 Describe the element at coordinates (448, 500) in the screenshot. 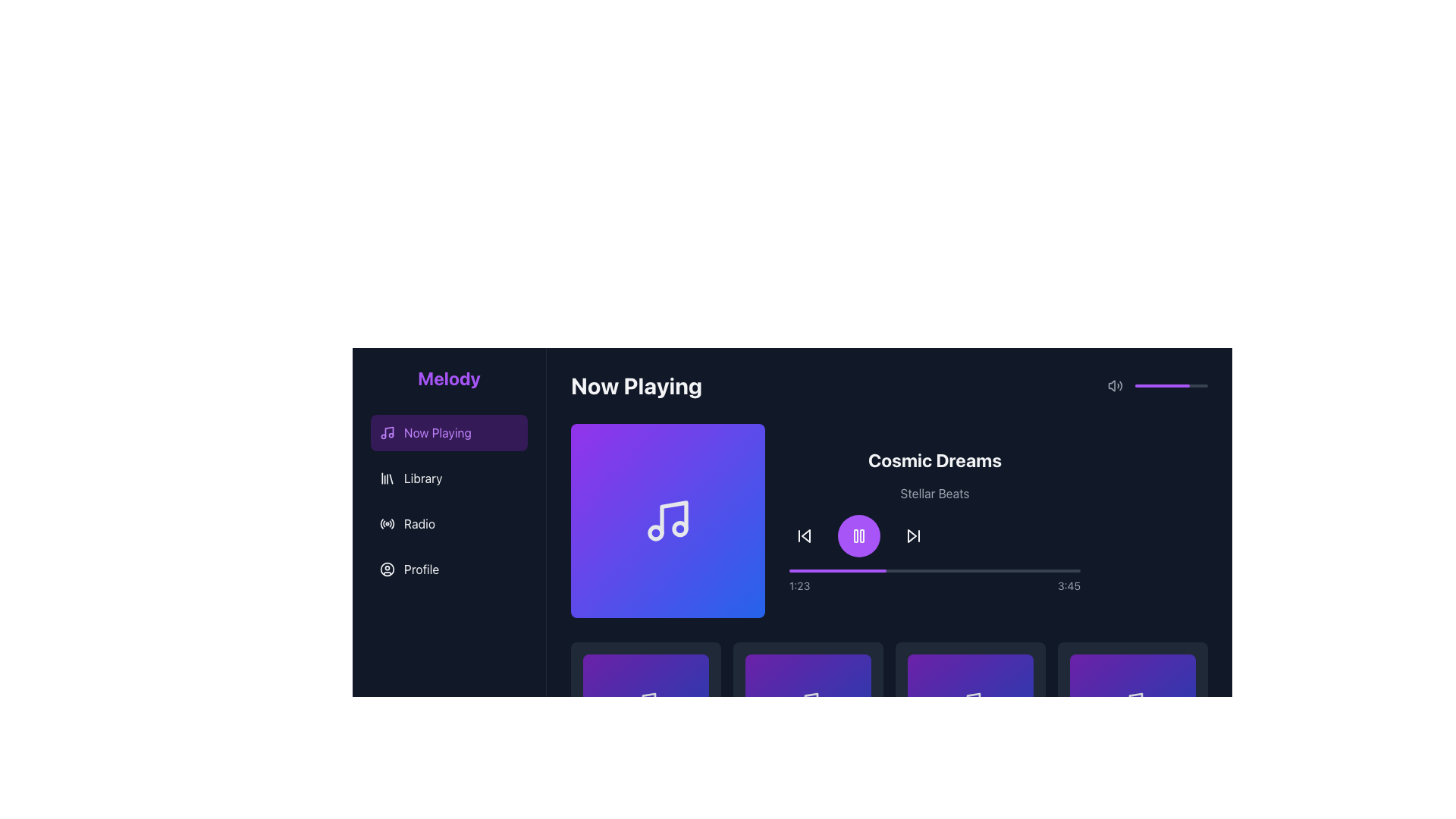

I see `the 'Library' option in the vertical navigation menu` at that location.